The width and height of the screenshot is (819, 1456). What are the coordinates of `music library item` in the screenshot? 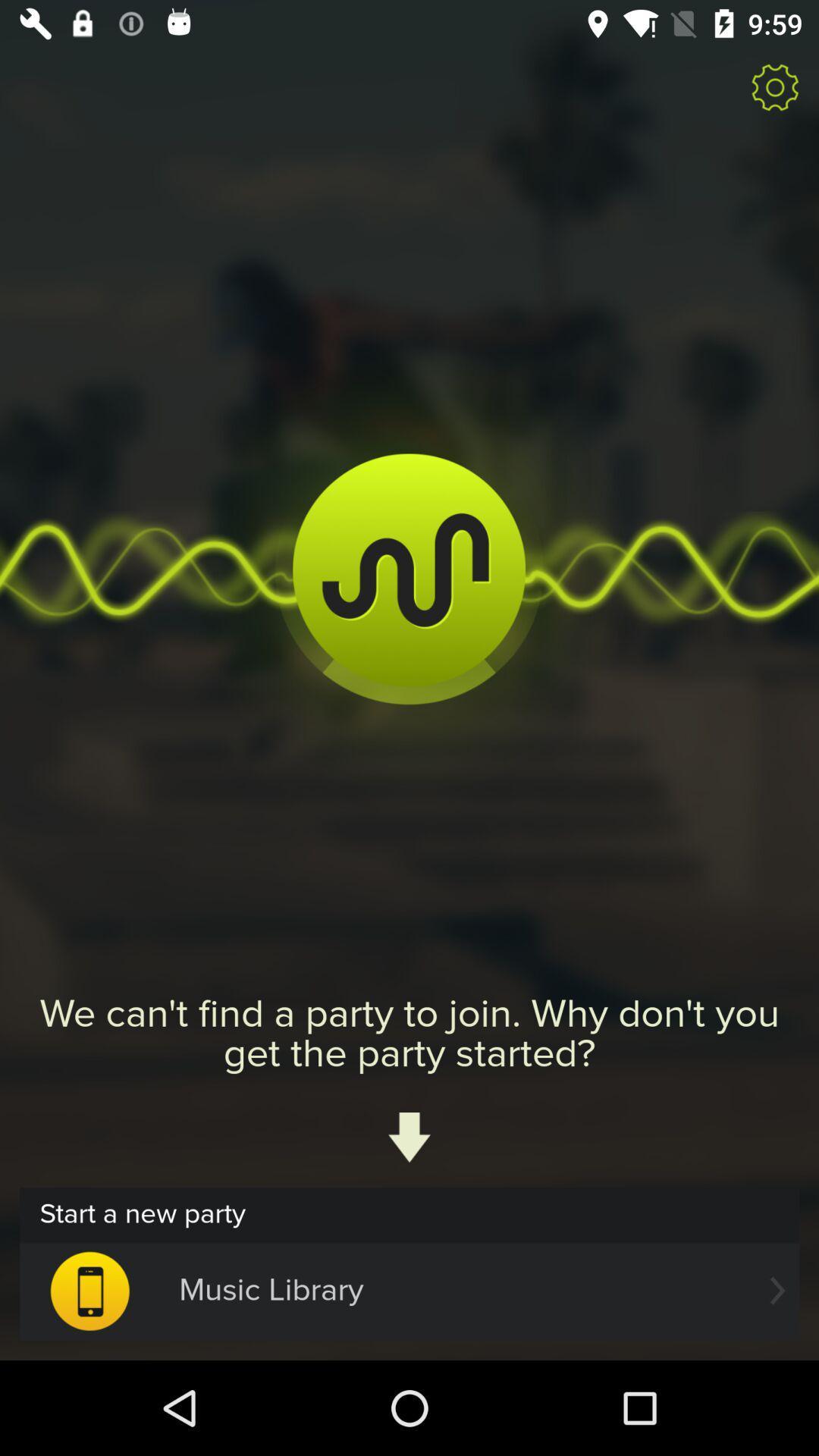 It's located at (409, 1290).